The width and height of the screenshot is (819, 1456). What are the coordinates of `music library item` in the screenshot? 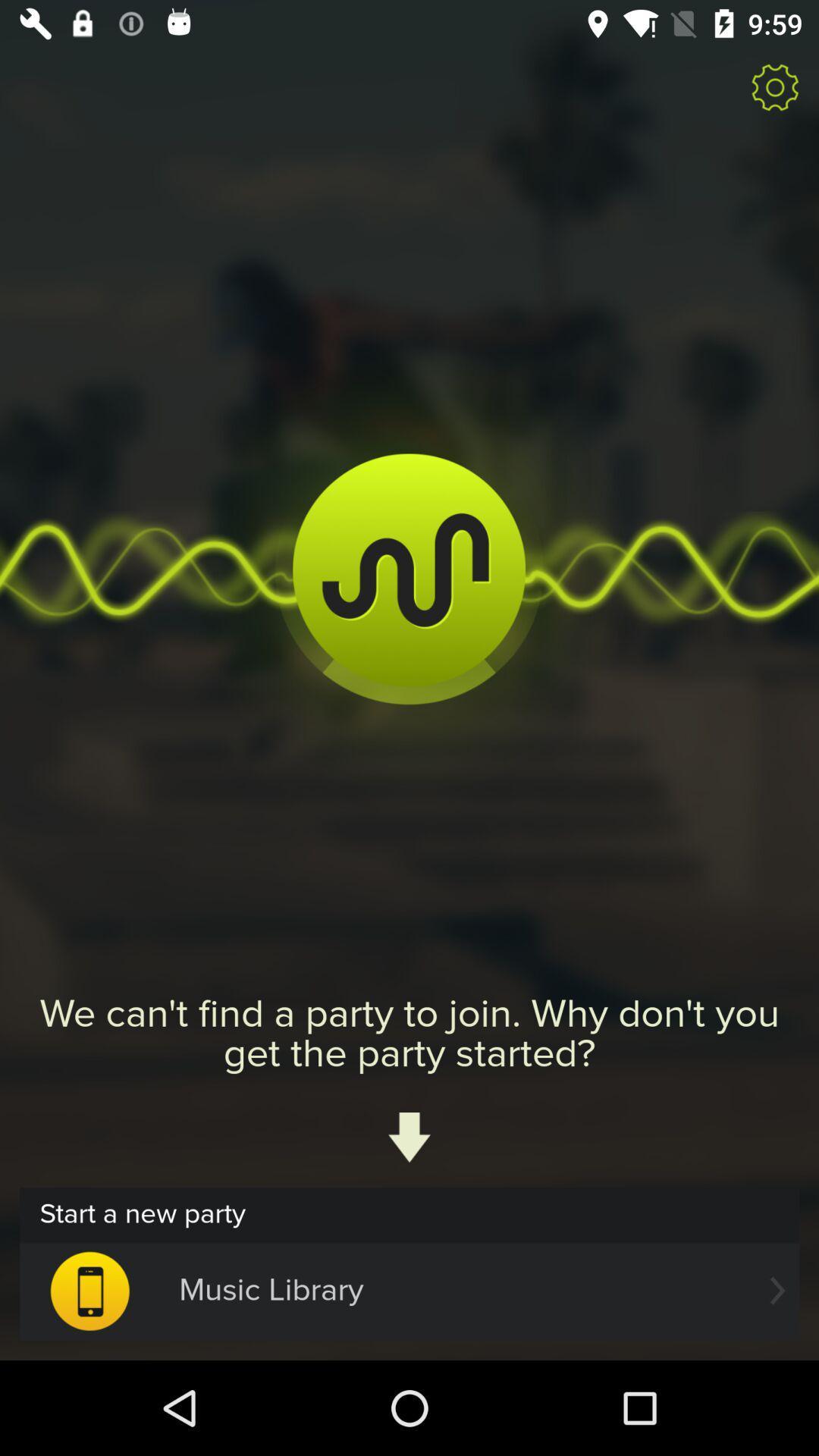 It's located at (409, 1290).